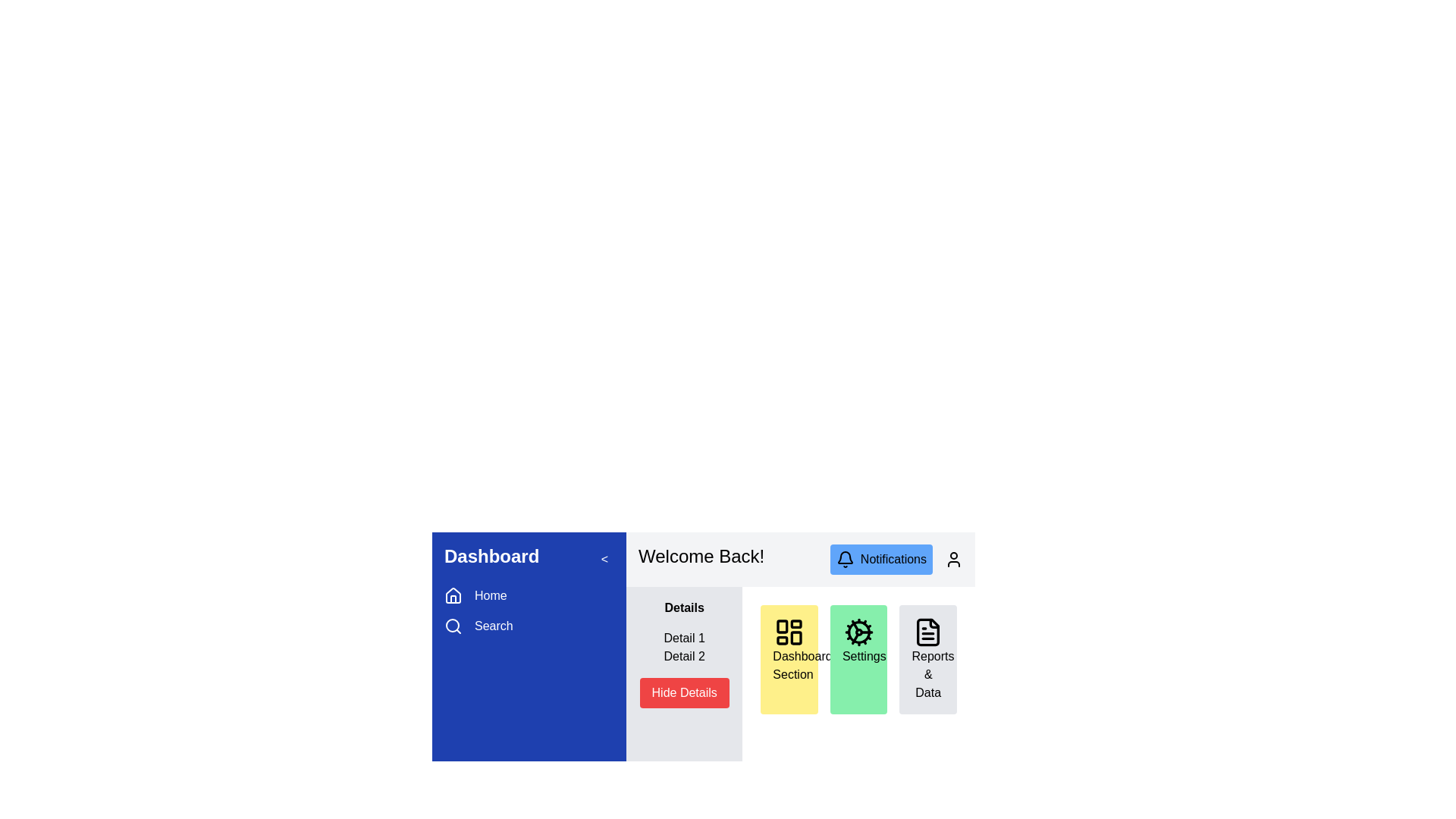 The height and width of the screenshot is (819, 1456). I want to click on the Composite element containing the bold text 'Dashboard' and the back arrow '<' at the top of the sidebar, so click(529, 559).